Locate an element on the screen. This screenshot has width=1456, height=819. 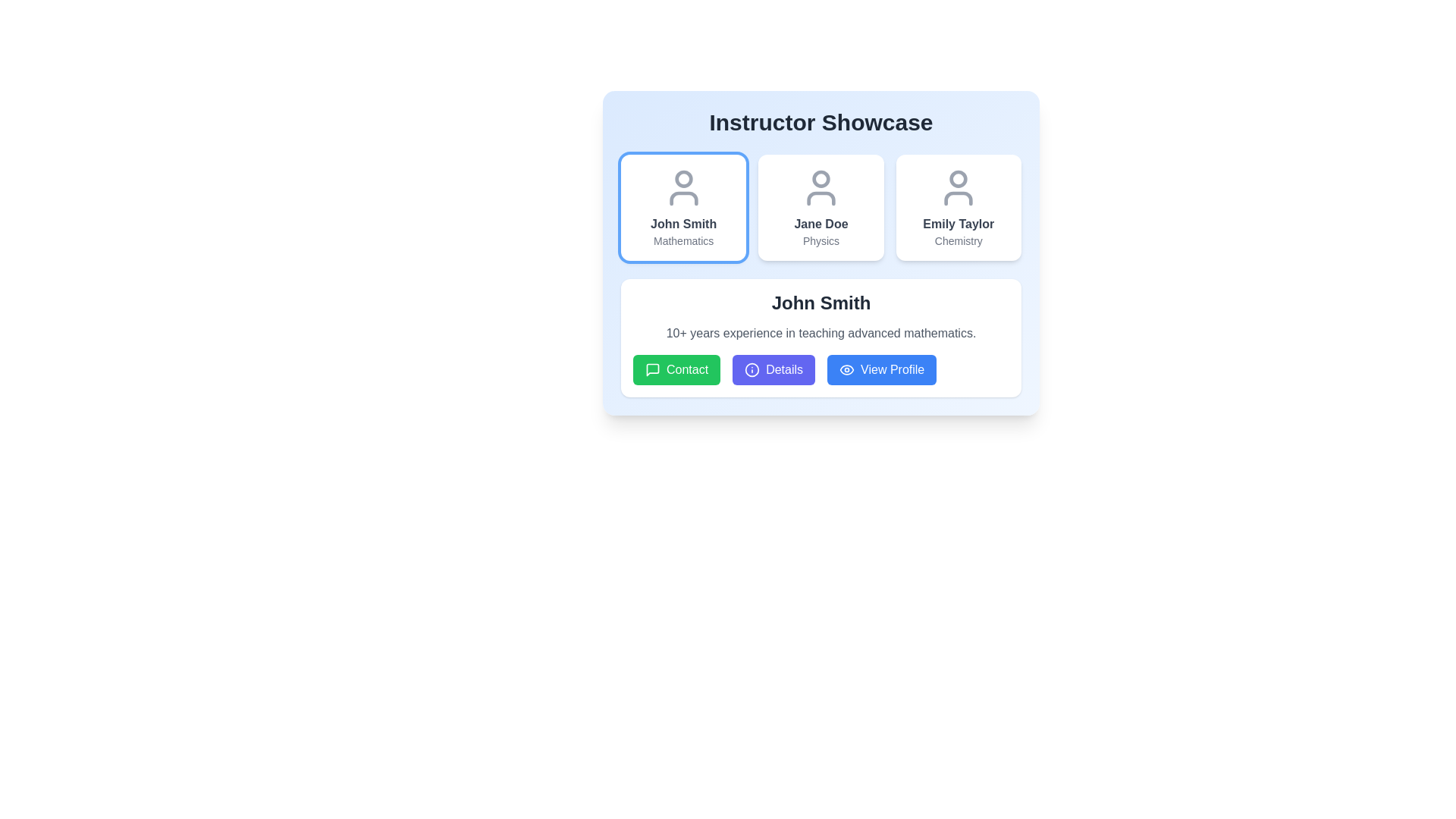
the Profile Card displaying the user profile icon of 'Jane Doe' in the middle column of the grid layout is located at coordinates (821, 253).